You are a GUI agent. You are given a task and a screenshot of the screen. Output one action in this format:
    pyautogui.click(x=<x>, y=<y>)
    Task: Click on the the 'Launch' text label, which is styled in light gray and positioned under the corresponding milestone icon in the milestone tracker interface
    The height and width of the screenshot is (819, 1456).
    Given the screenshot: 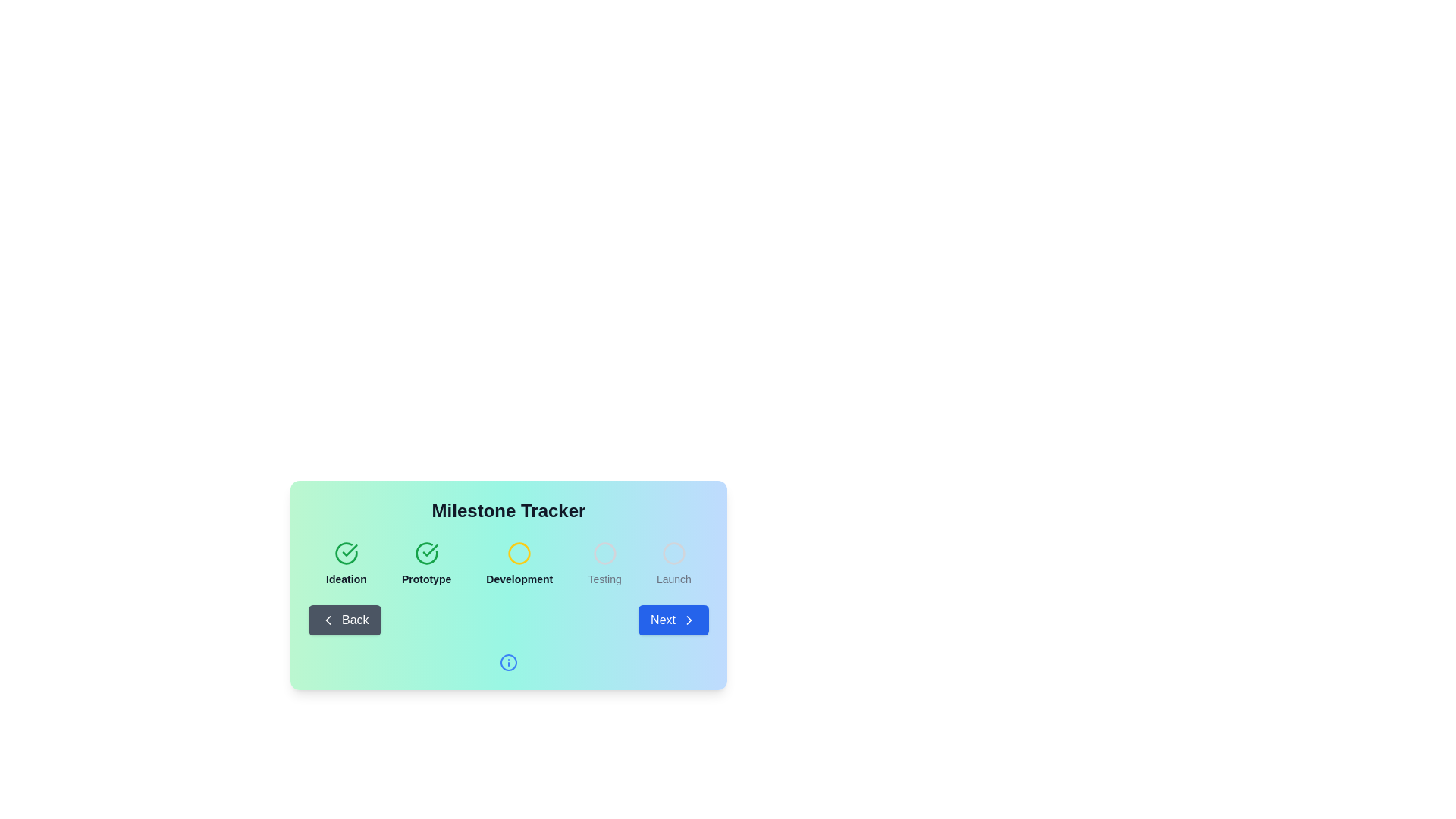 What is the action you would take?
    pyautogui.click(x=673, y=579)
    